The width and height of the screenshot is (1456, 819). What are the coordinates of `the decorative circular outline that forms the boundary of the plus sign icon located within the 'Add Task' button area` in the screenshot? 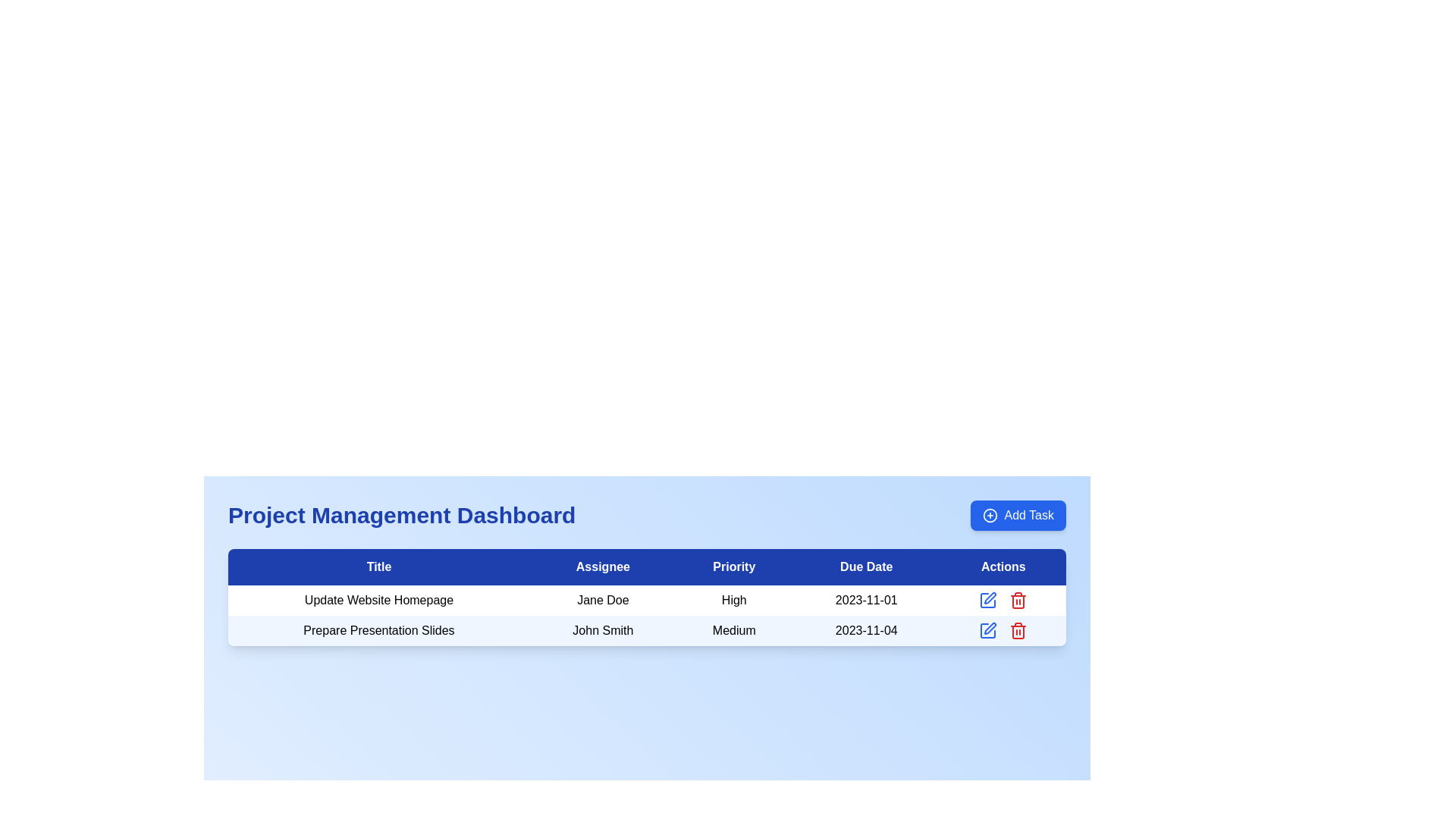 It's located at (990, 514).